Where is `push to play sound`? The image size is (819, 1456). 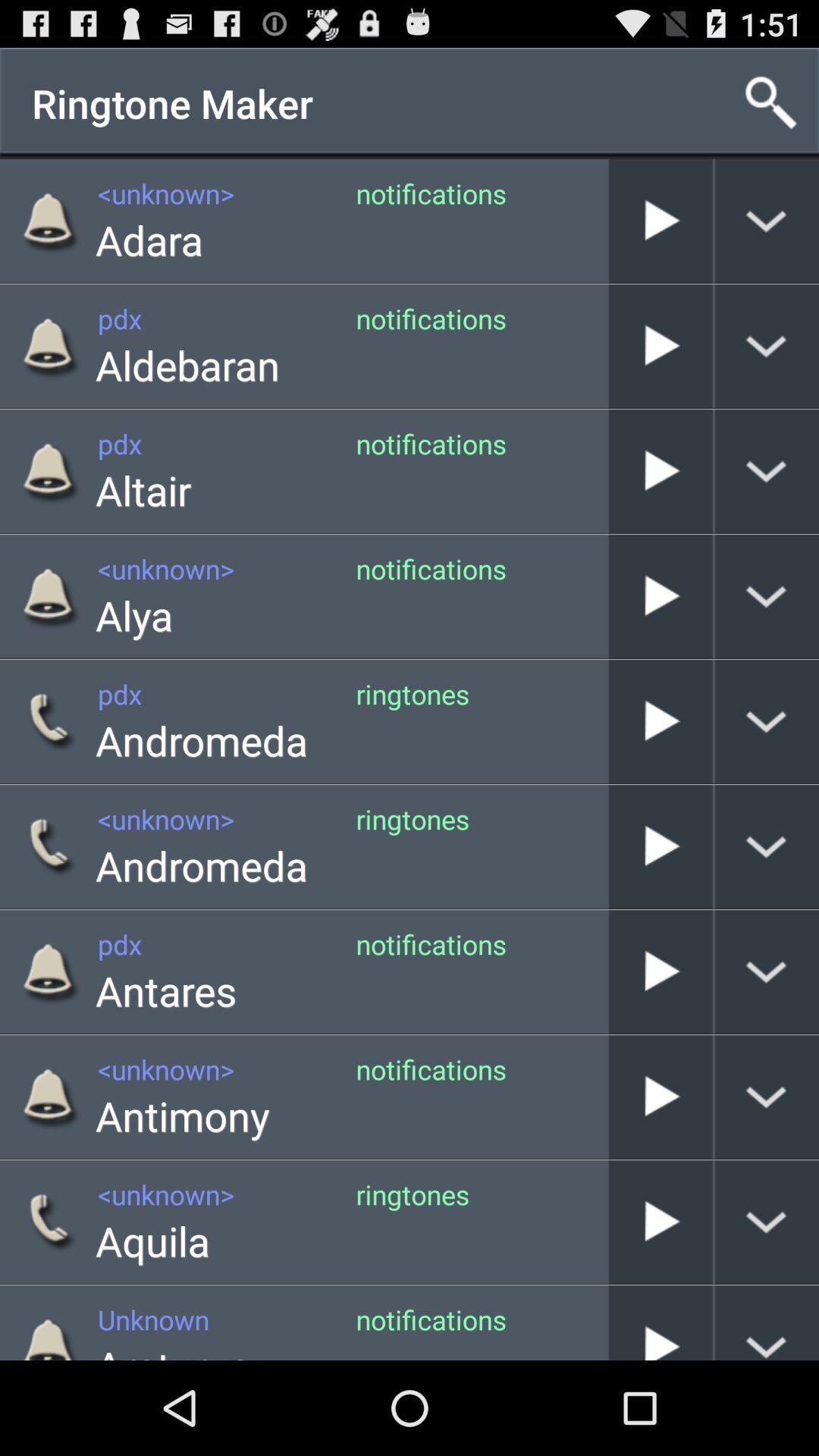
push to play sound is located at coordinates (660, 345).